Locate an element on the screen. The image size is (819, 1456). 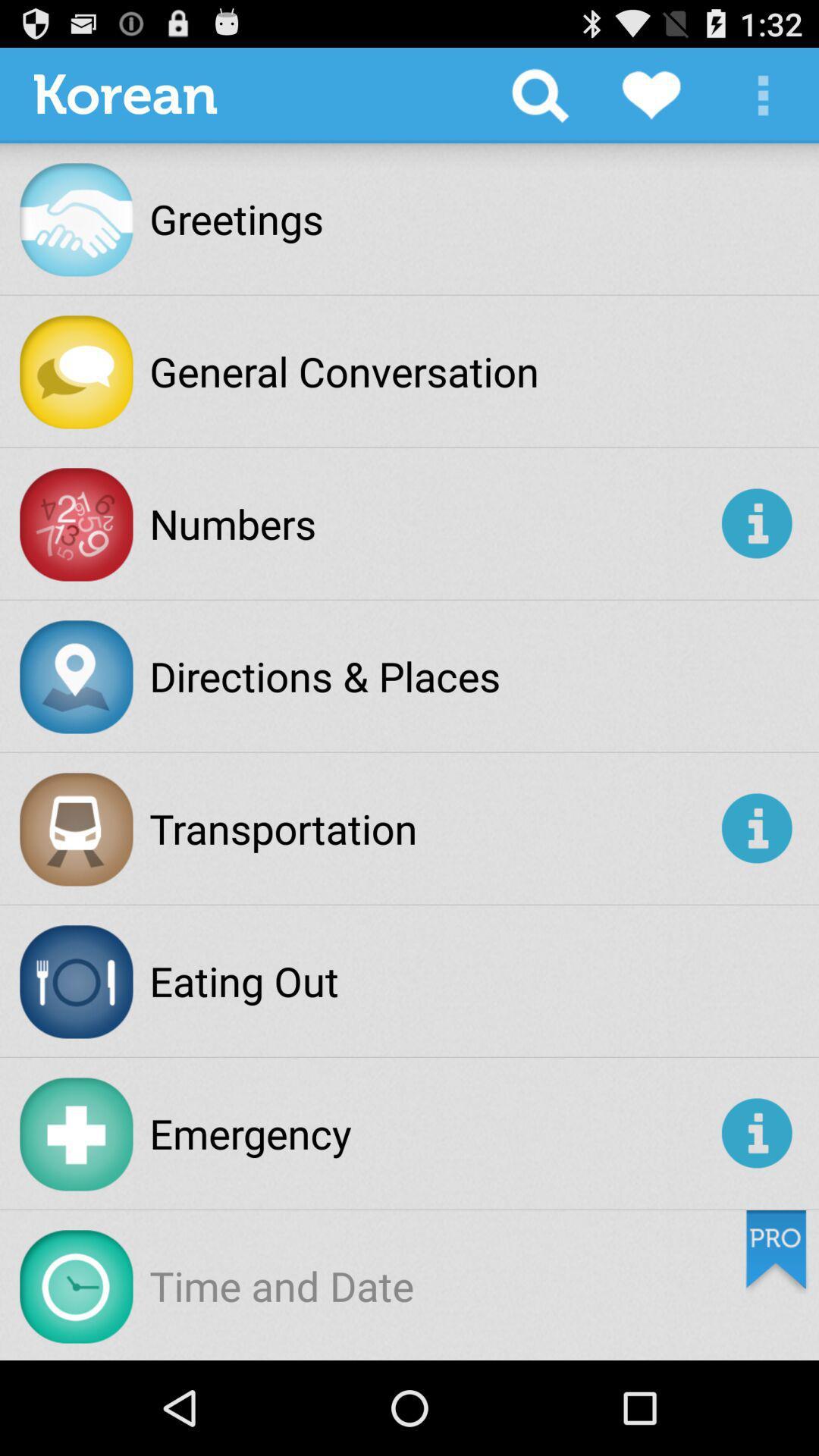
emergency icon is located at coordinates (432, 1133).